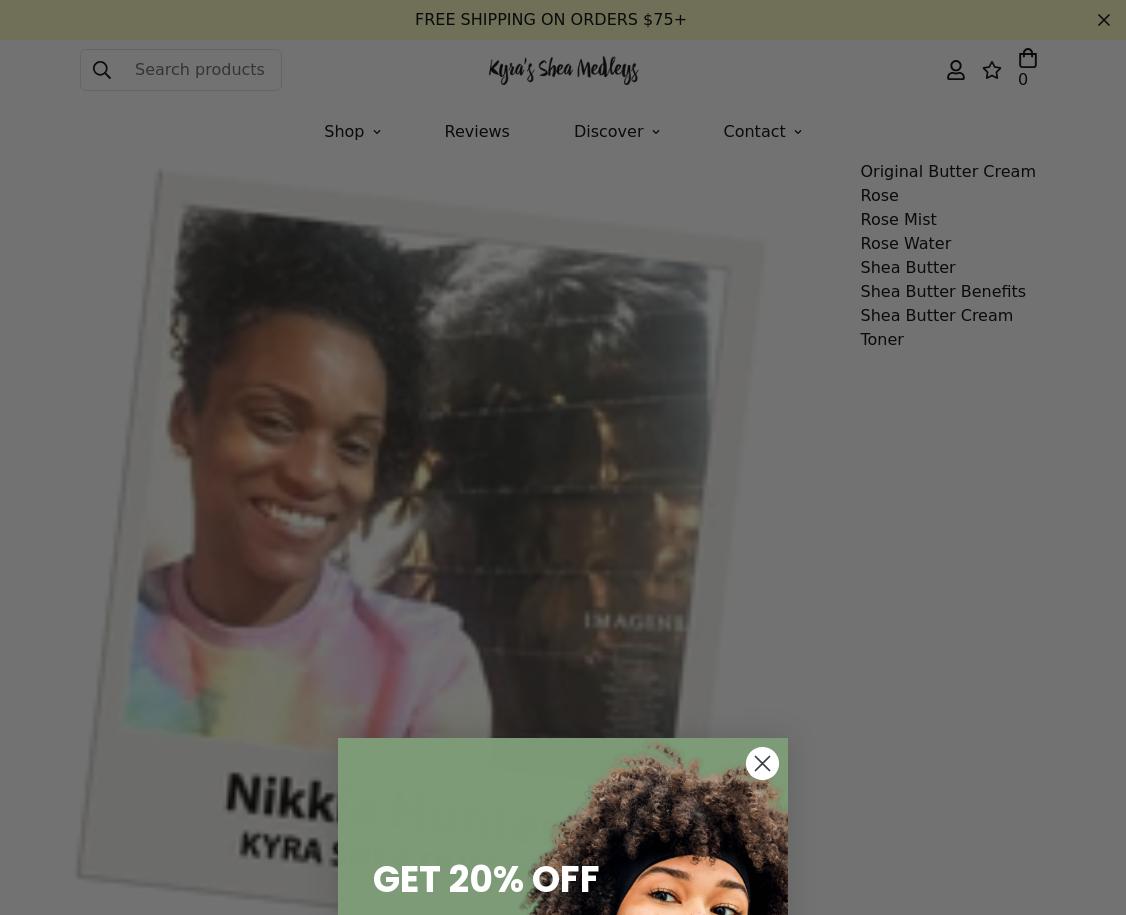  Describe the element at coordinates (905, 243) in the screenshot. I see `'Rose Water'` at that location.